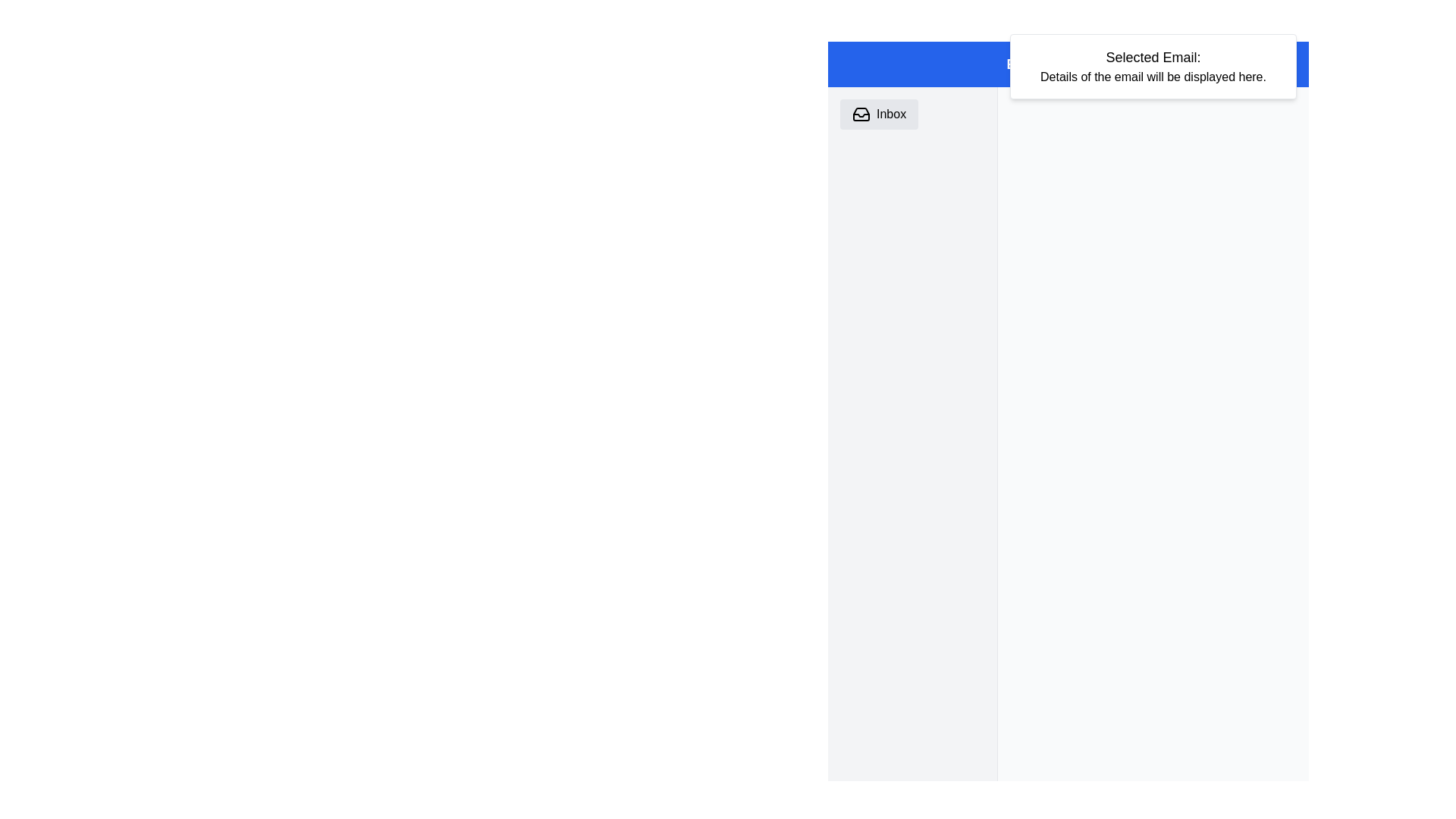  What do you see at coordinates (891, 113) in the screenshot?
I see `the 'Inbox' text label which is bold and part of a menu item in the sidebar, positioned to the right of an envelope icon, to trigger visual feedback` at bounding box center [891, 113].